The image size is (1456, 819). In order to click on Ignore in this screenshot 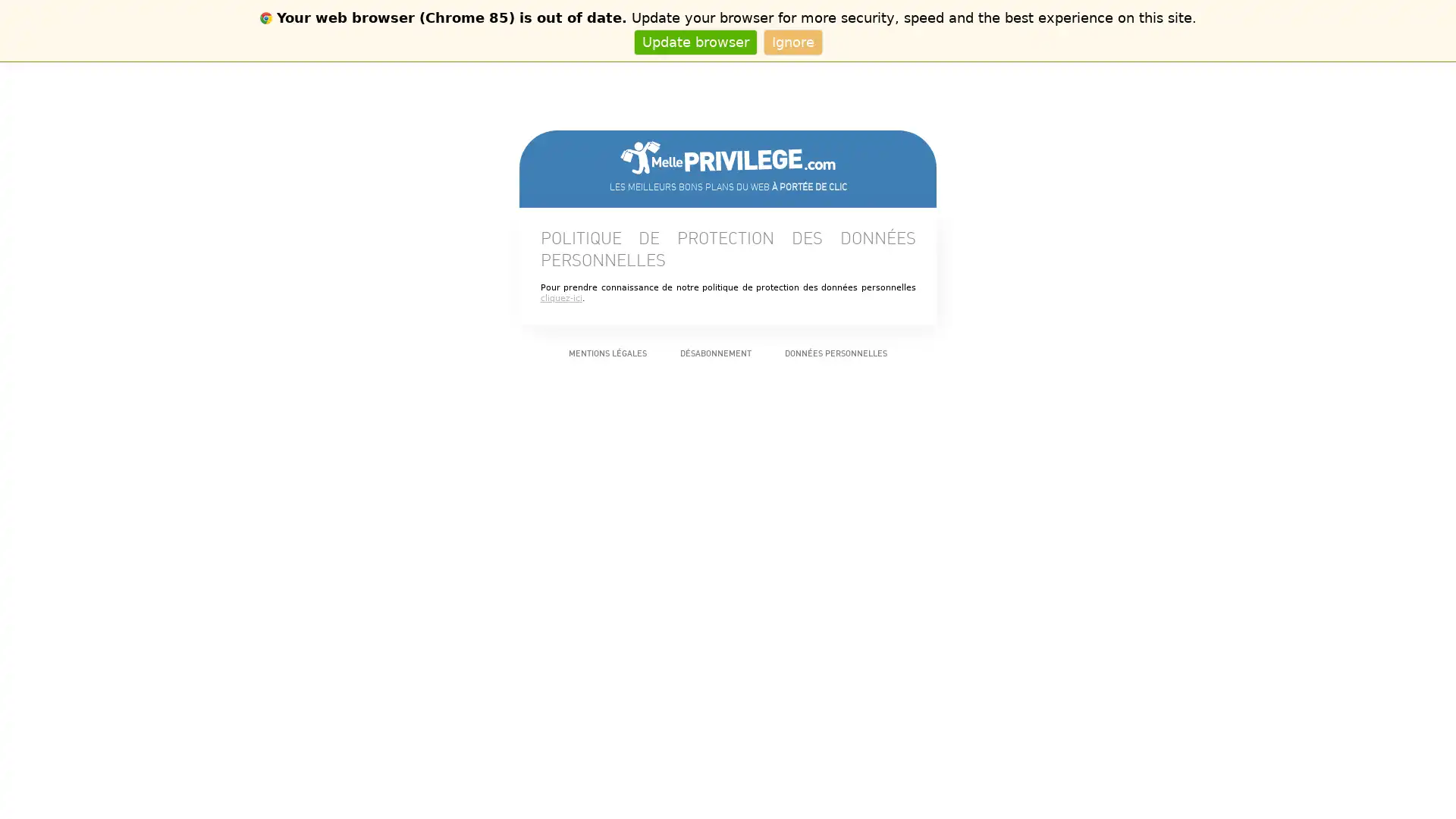, I will do `click(792, 41)`.